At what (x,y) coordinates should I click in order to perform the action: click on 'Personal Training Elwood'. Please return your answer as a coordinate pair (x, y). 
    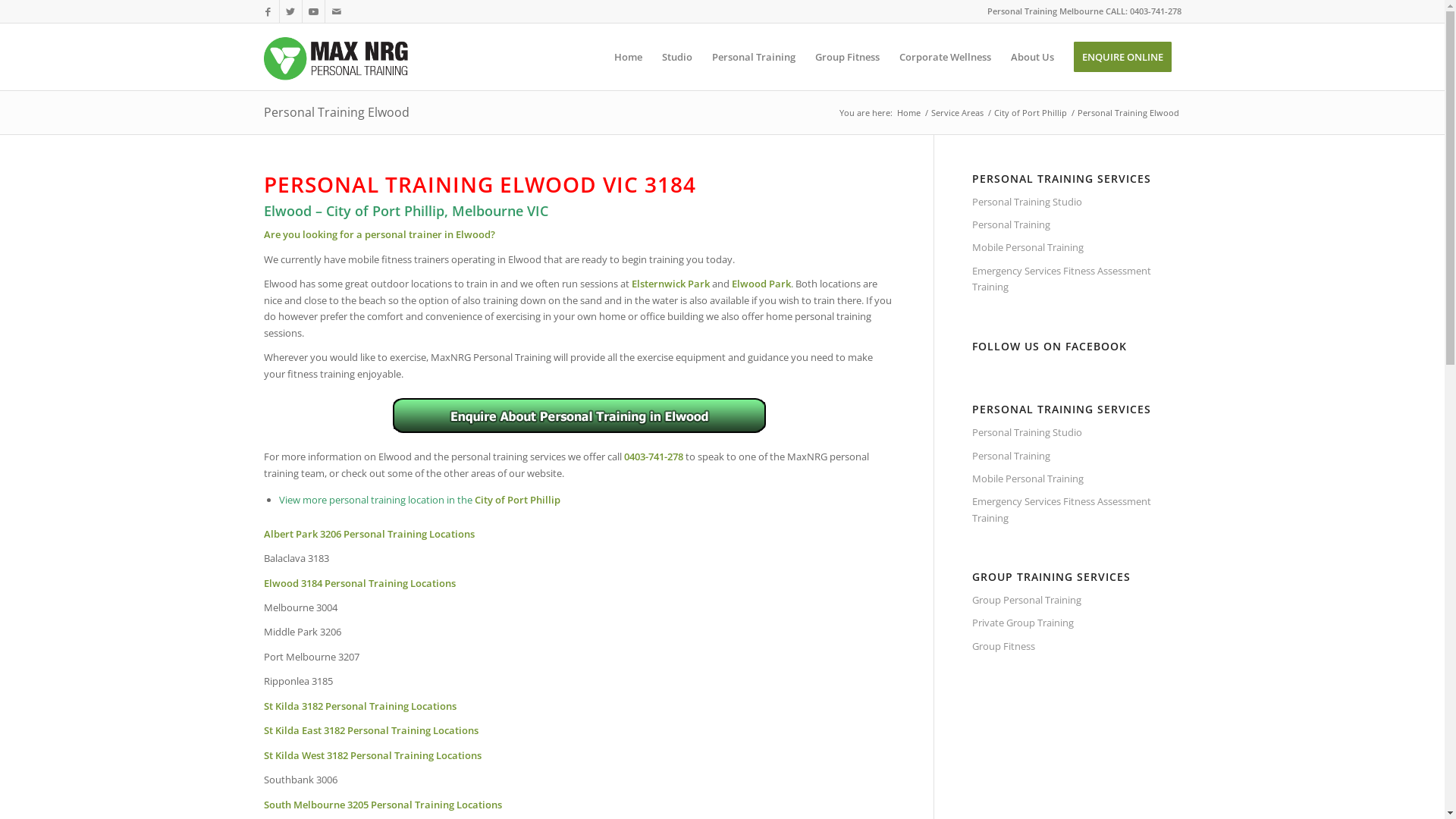
    Looking at the image, I should click on (336, 111).